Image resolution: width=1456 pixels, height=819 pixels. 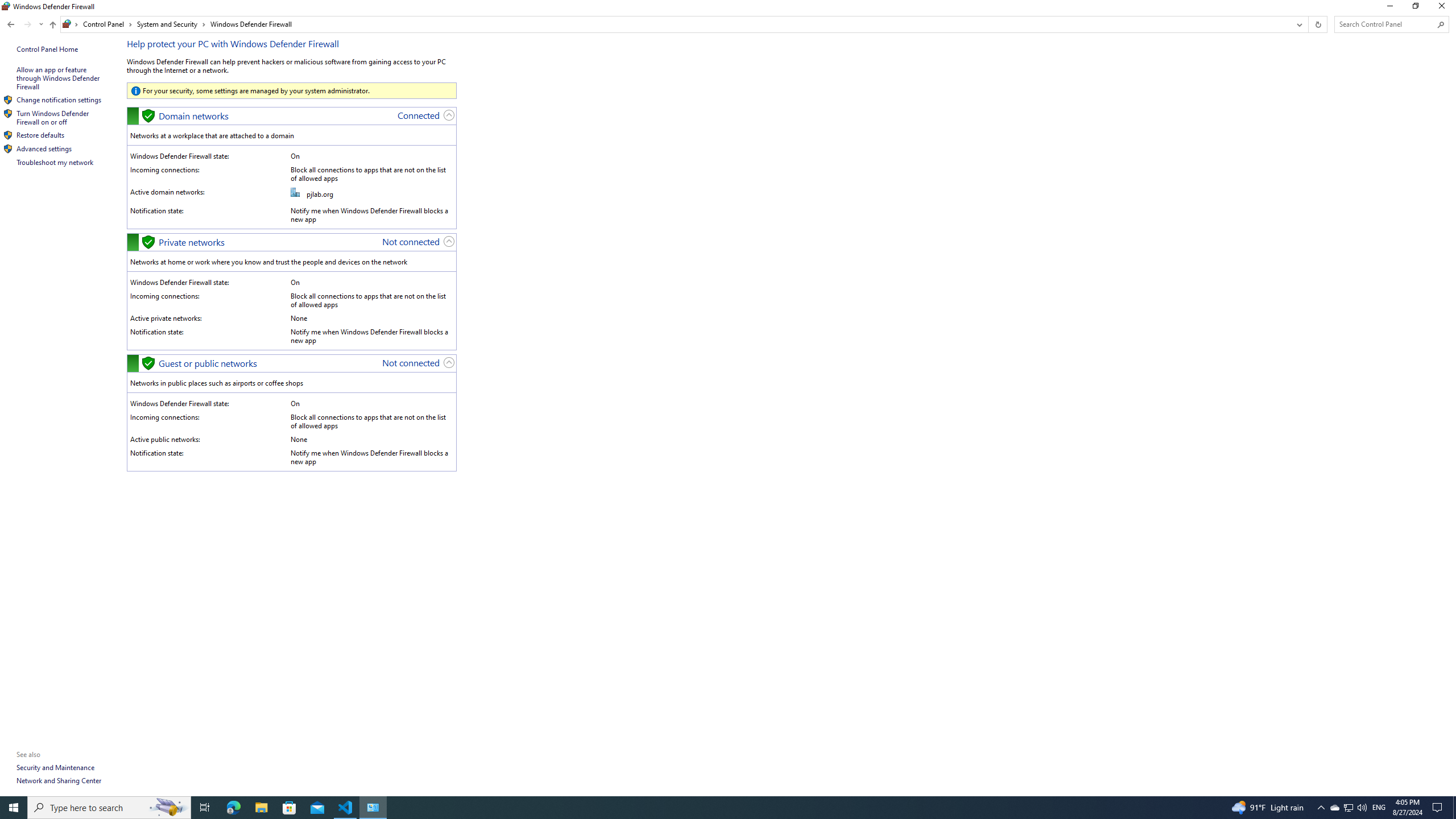 I want to click on 'Restore defaults', so click(x=40, y=135).